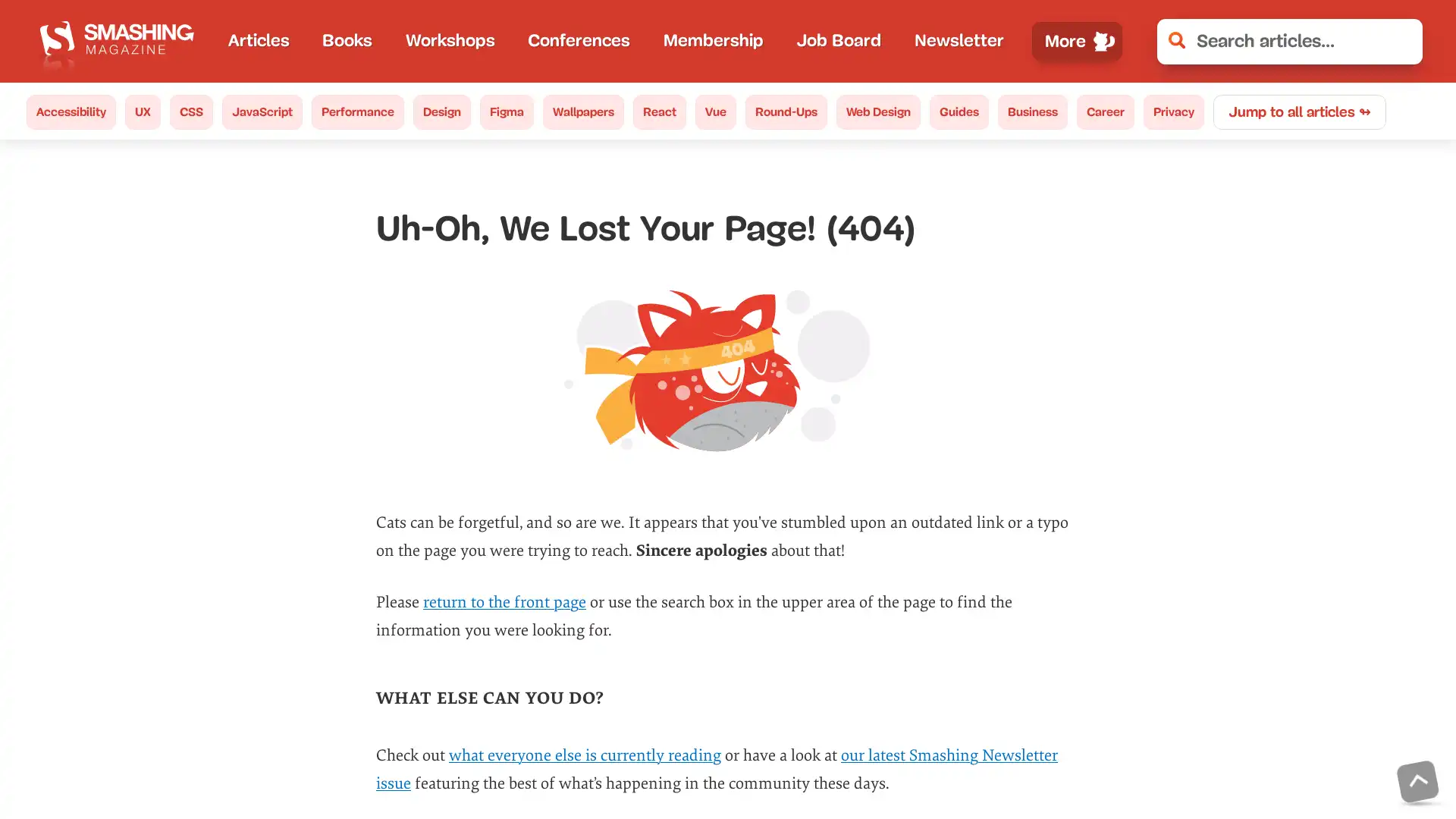  I want to click on Clear Search, so click(1400, 40).